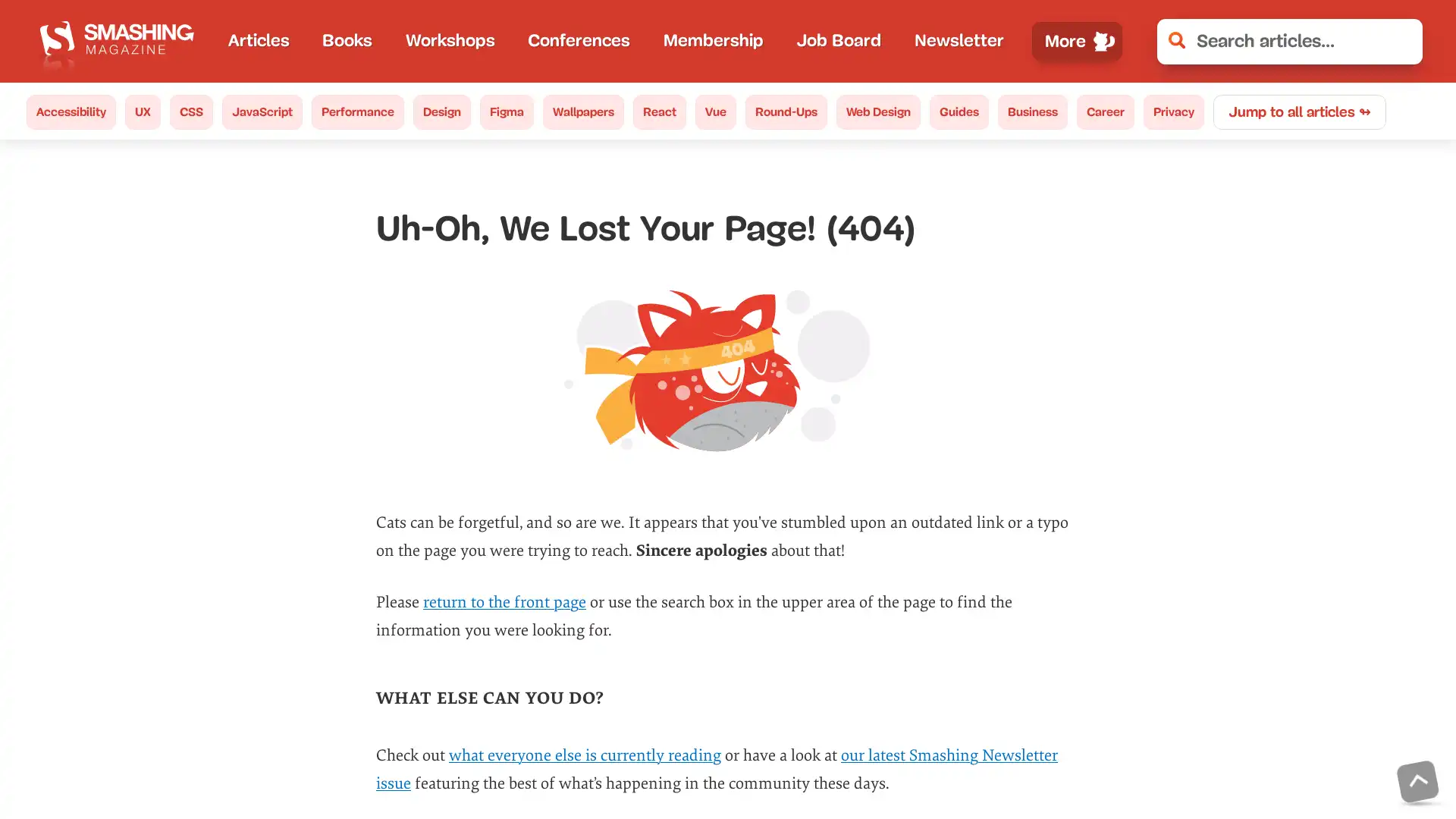  I want to click on Clear Search, so click(1400, 40).